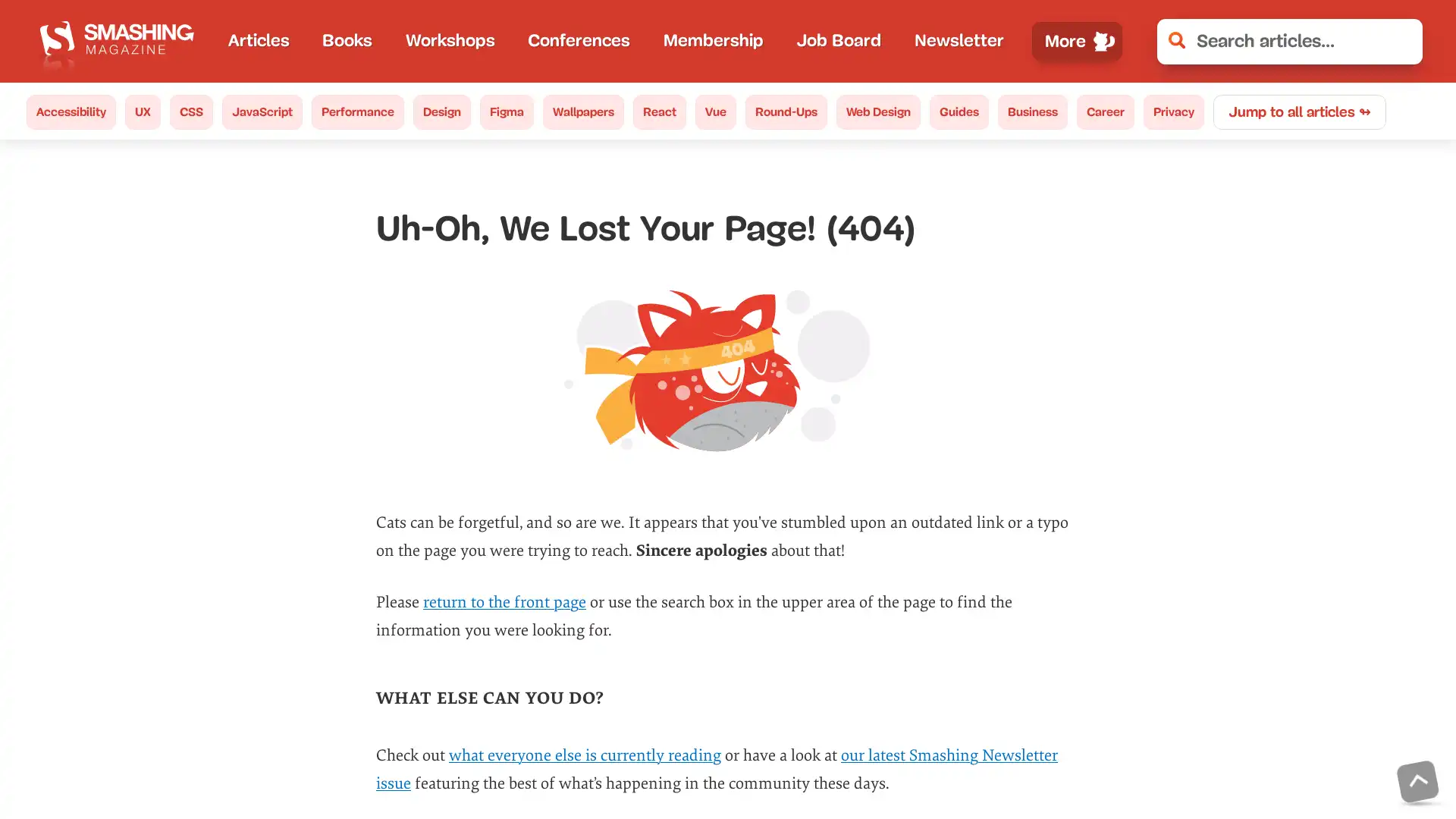  I want to click on Clear Search, so click(1400, 40).